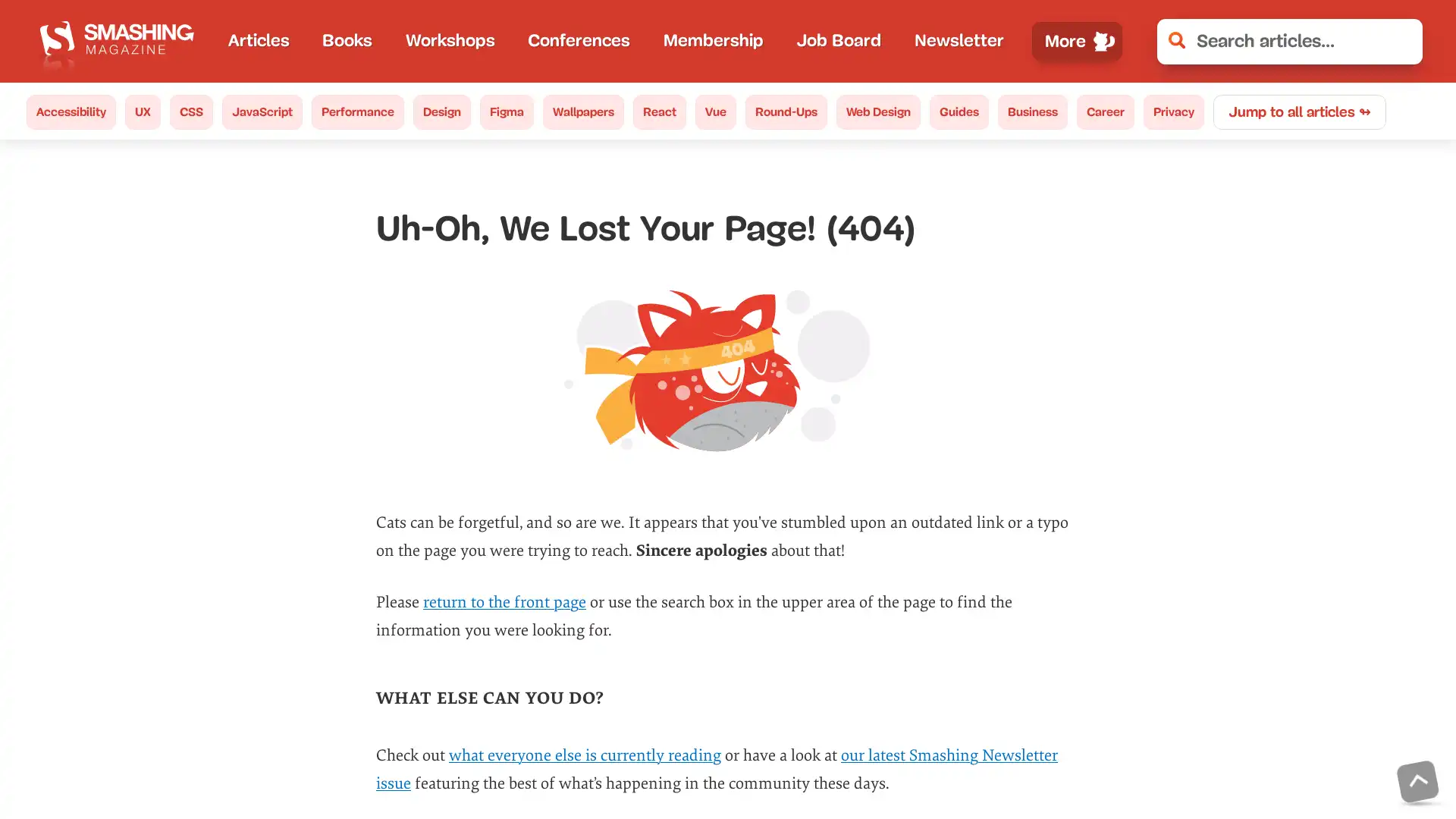  I want to click on Clear Search, so click(1400, 40).